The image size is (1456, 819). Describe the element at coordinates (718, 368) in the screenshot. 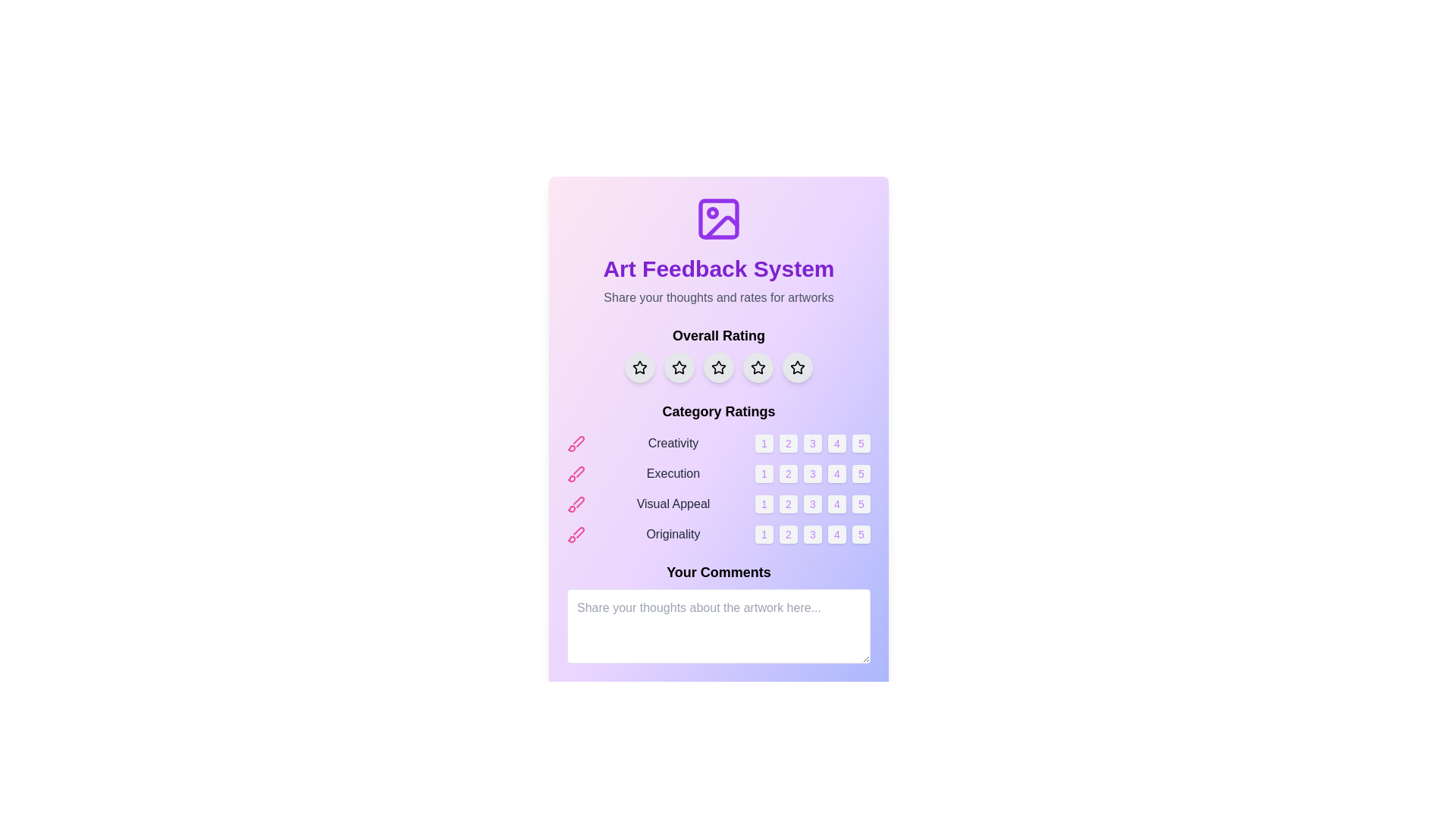

I see `the third star icon in the 'Overall Rating' section` at that location.